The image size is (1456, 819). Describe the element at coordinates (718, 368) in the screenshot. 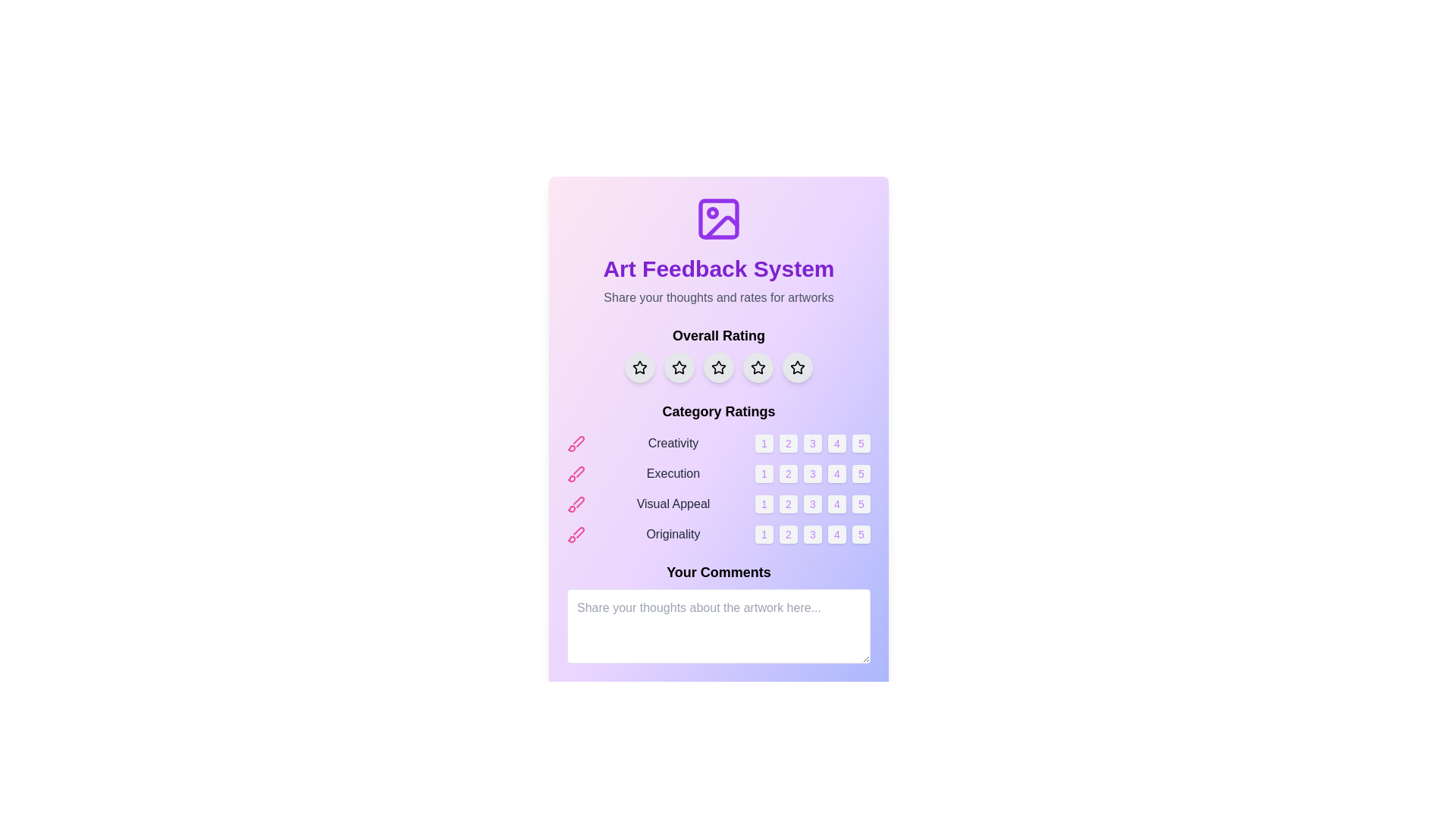

I see `the third star icon in the 'Overall Rating' section` at that location.